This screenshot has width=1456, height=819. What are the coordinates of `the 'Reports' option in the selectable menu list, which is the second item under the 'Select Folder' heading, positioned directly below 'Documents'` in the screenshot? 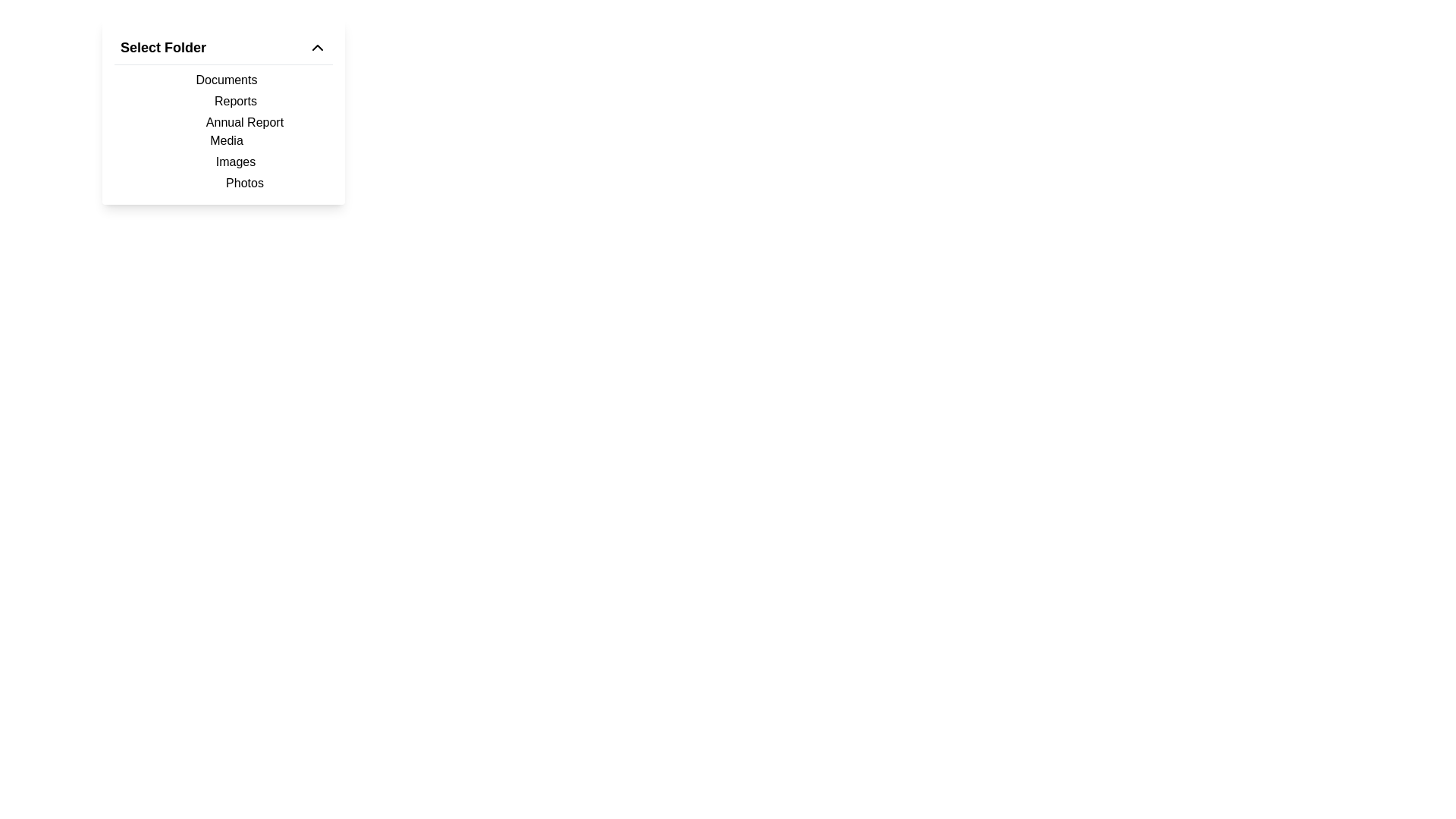 It's located at (235, 102).